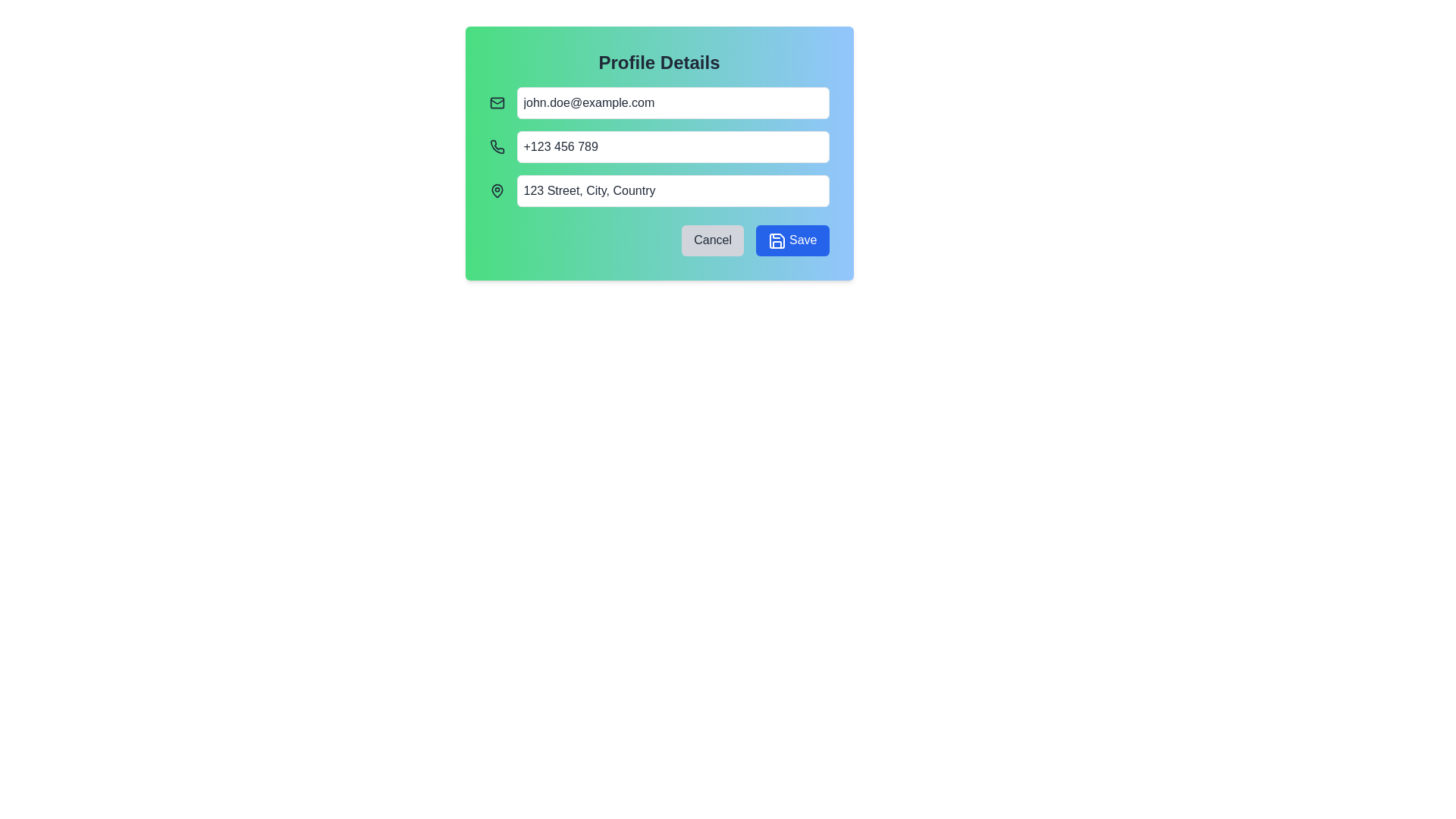 Image resolution: width=1456 pixels, height=819 pixels. I want to click on the 'Cancel' button, which is a rectangular button with rounded corners and a gray background, to change its background color, so click(712, 240).